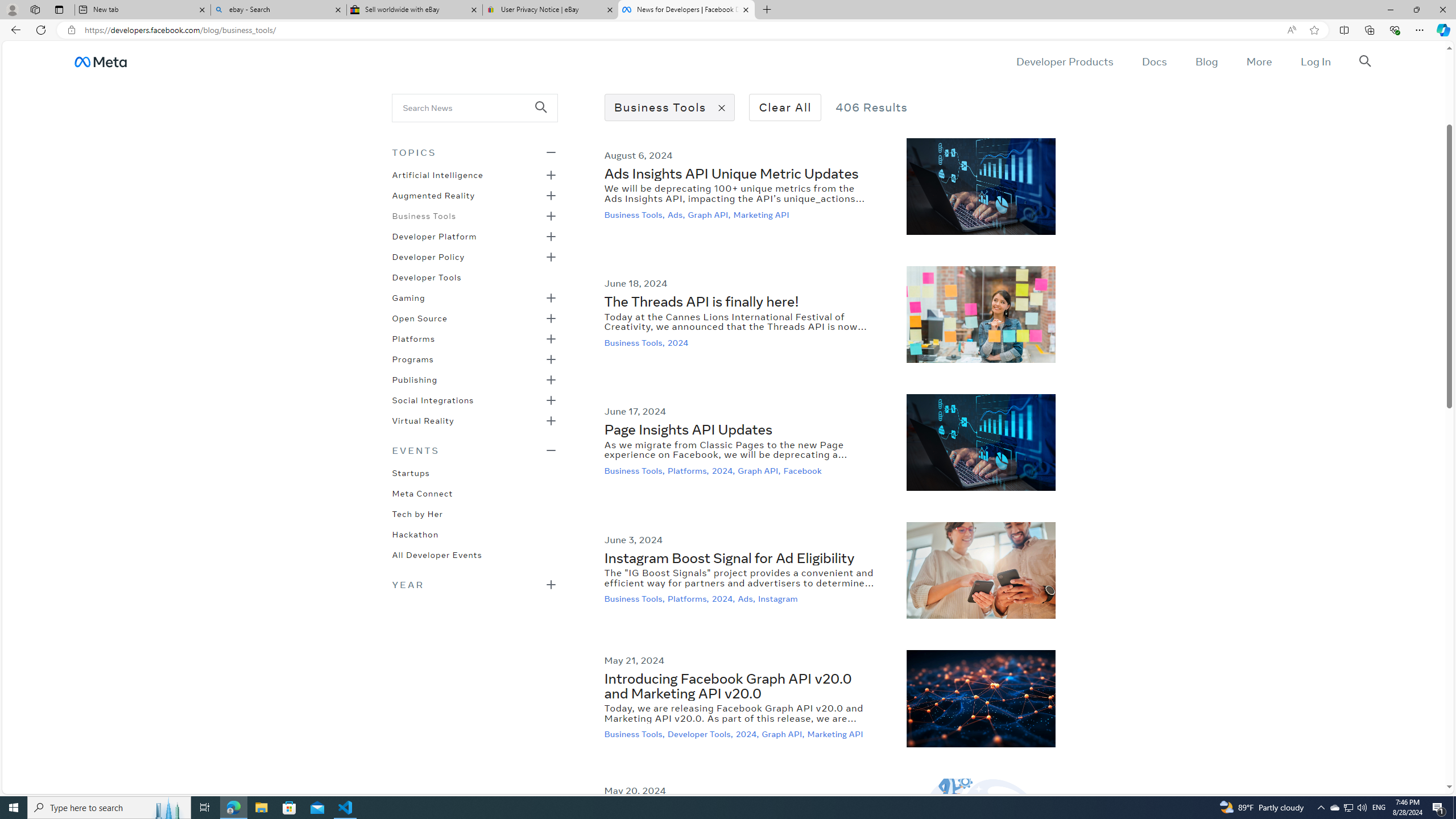  I want to click on 'Sell worldwide with eBay', so click(415, 9).